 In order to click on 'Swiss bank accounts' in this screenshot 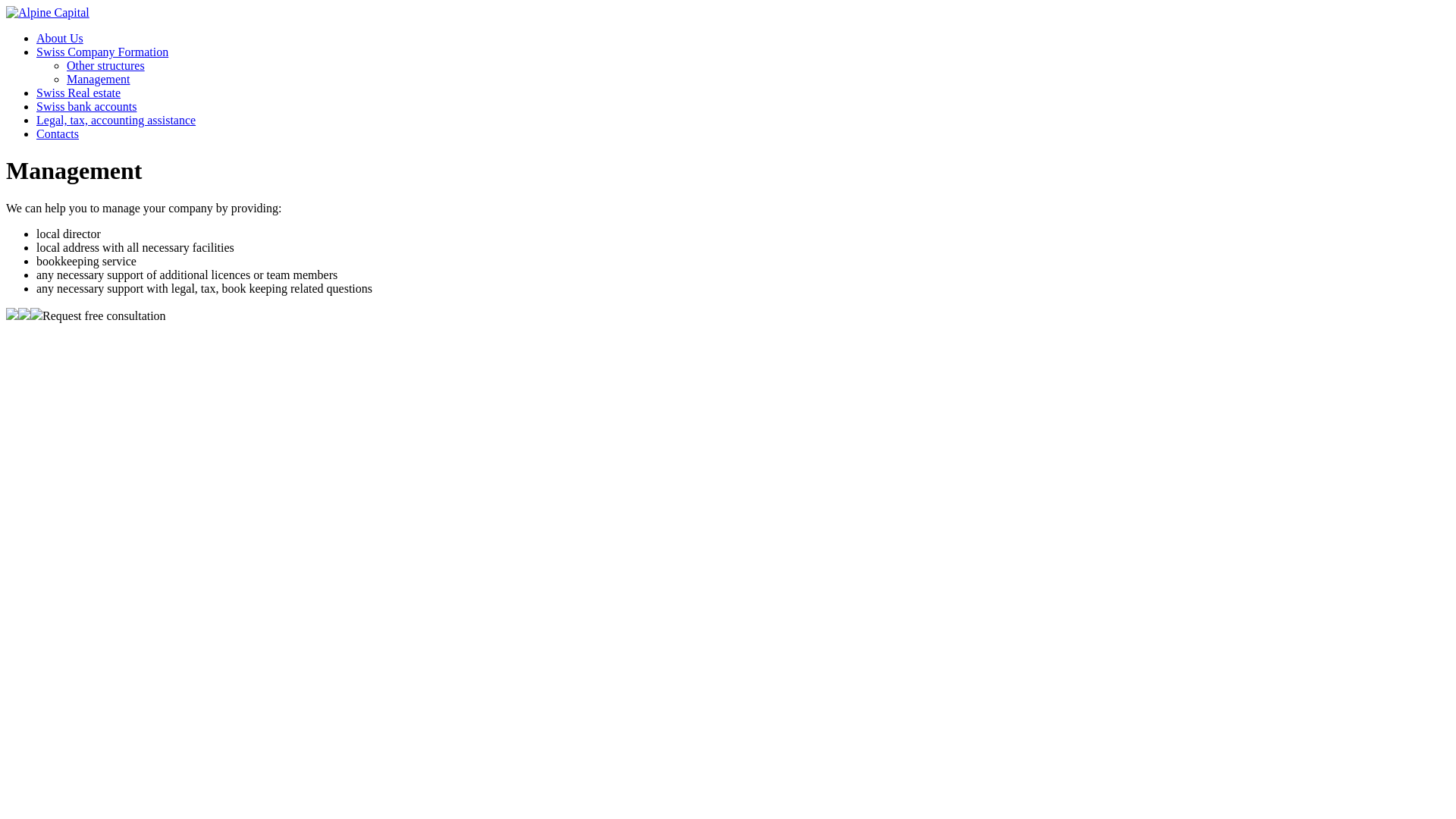, I will do `click(86, 105)`.